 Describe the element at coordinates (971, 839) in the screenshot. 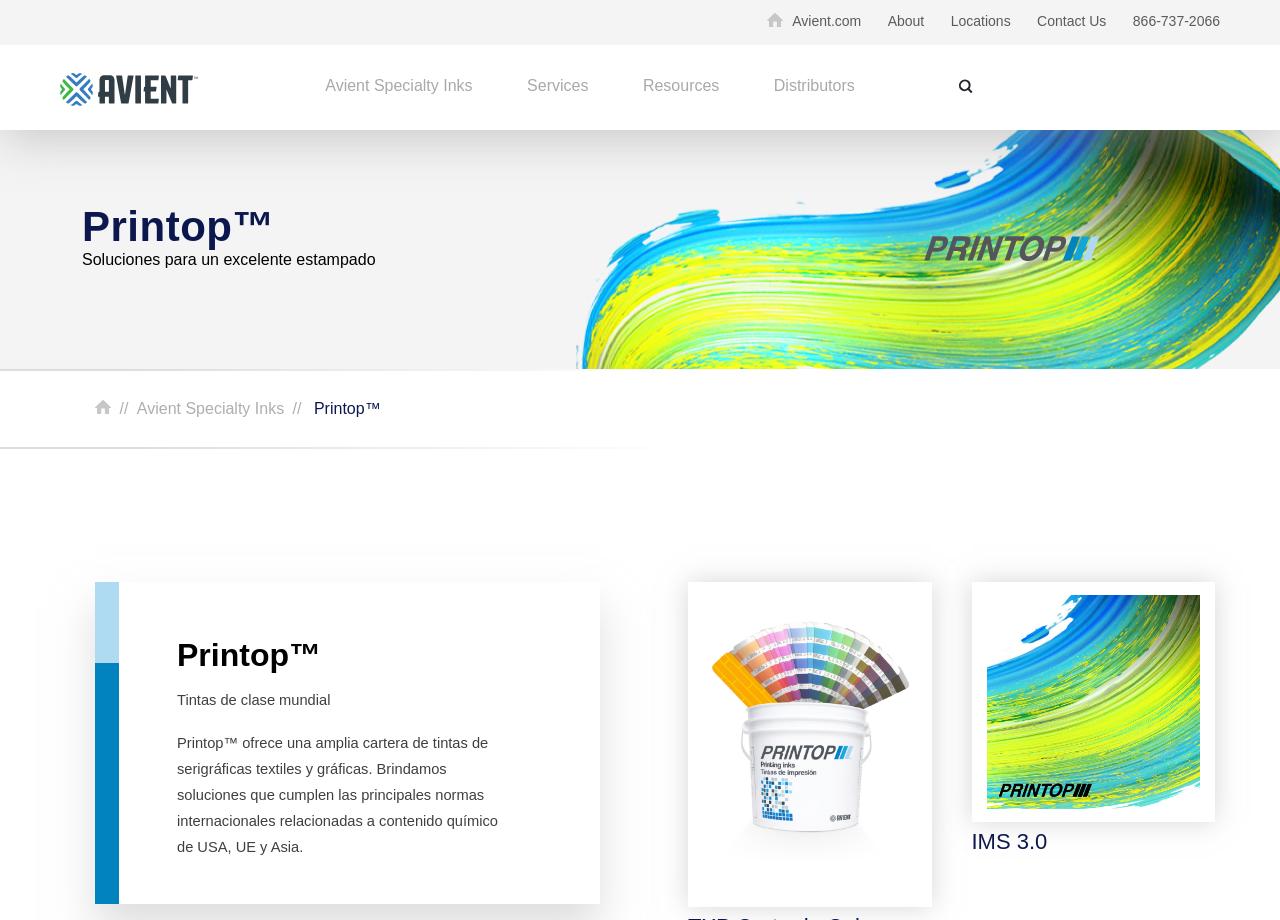

I see `'IMS 3.0'` at that location.